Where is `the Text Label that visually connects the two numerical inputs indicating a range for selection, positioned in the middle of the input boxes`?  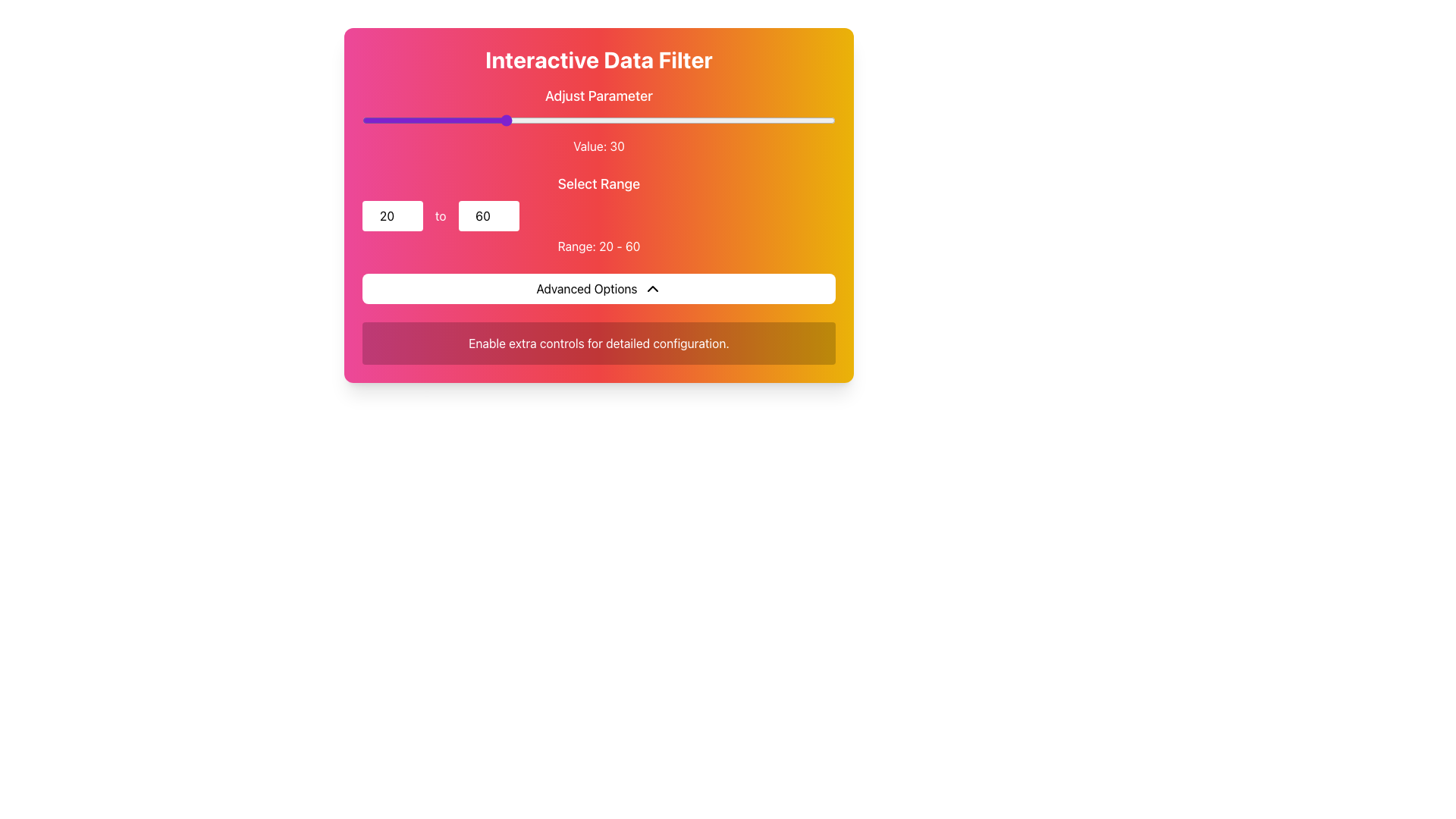
the Text Label that visually connects the two numerical inputs indicating a range for selection, positioned in the middle of the input boxes is located at coordinates (440, 216).